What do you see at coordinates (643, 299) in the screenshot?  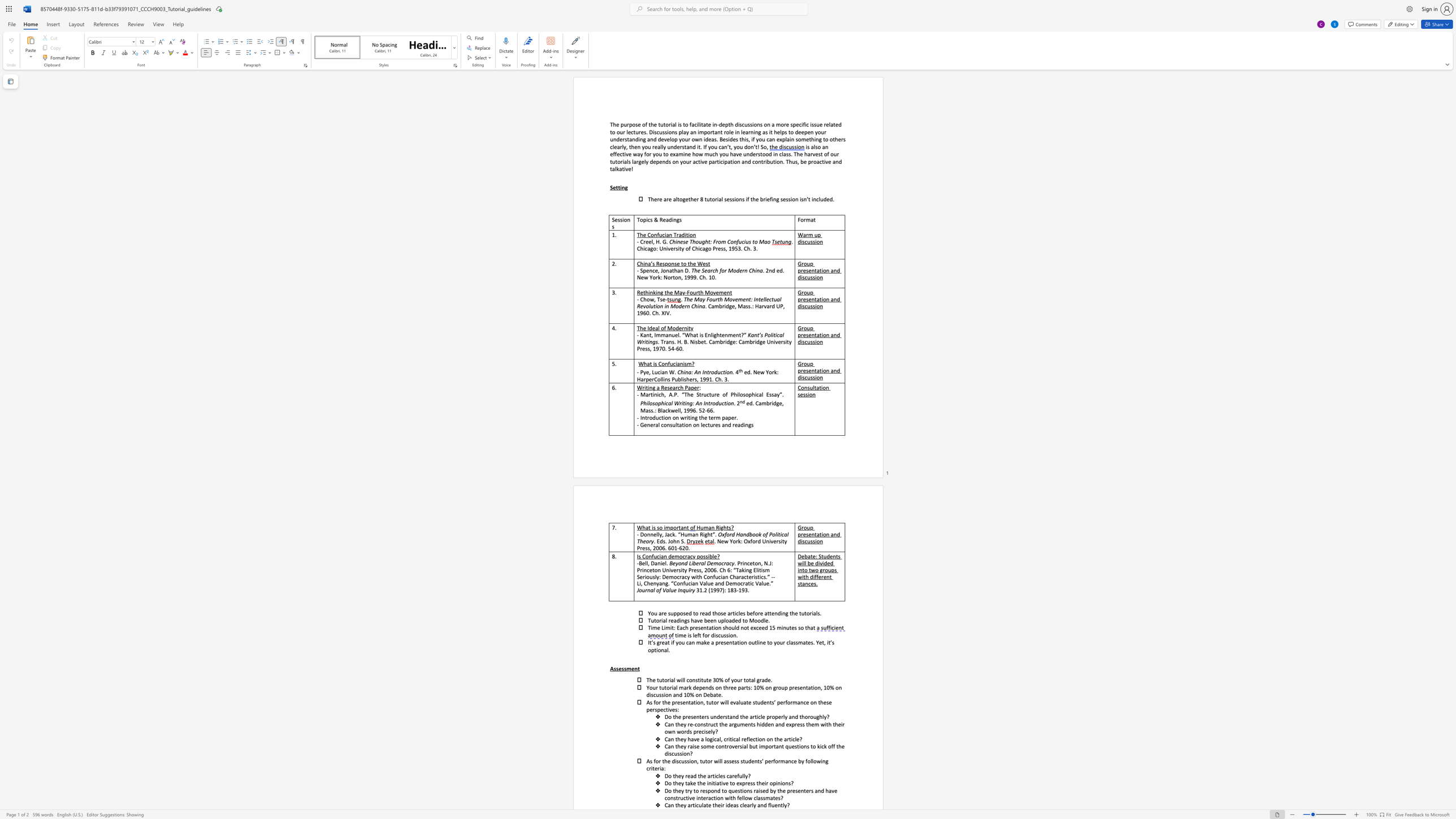 I see `the subset text "how," within the text "- Chow, Tse-"` at bounding box center [643, 299].